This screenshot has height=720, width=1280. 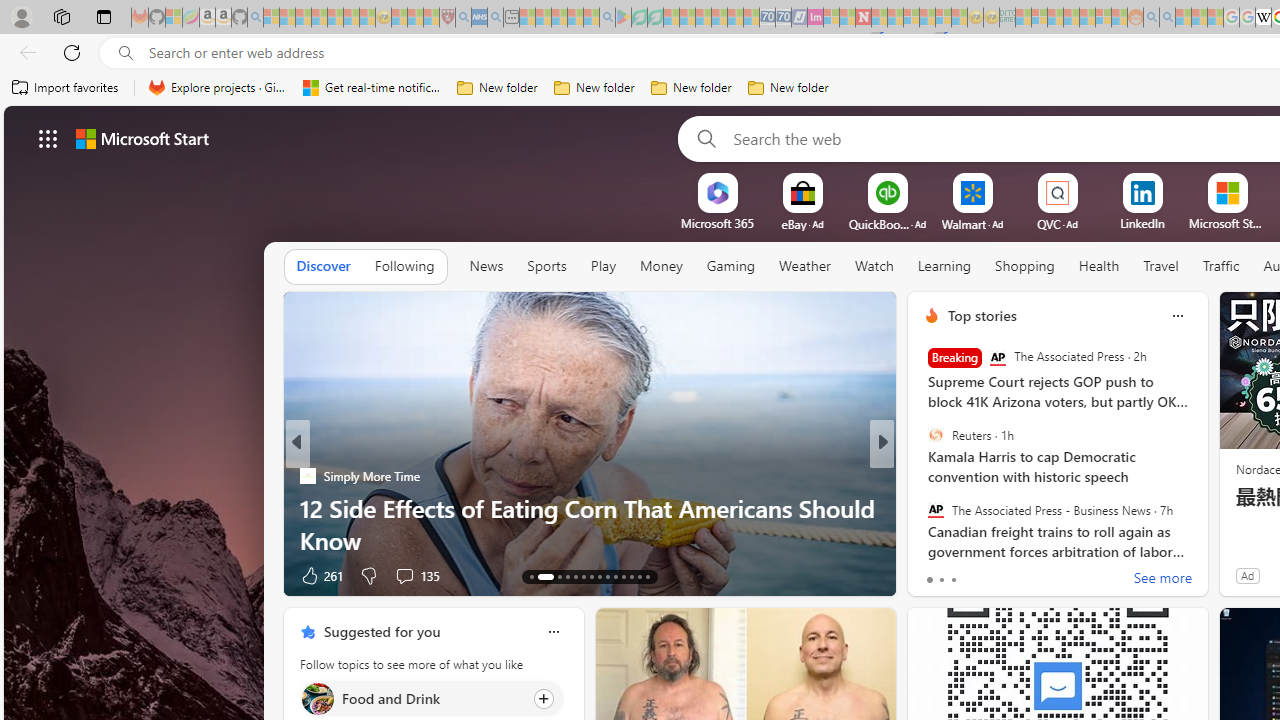 I want to click on 'Following', so click(x=403, y=266).